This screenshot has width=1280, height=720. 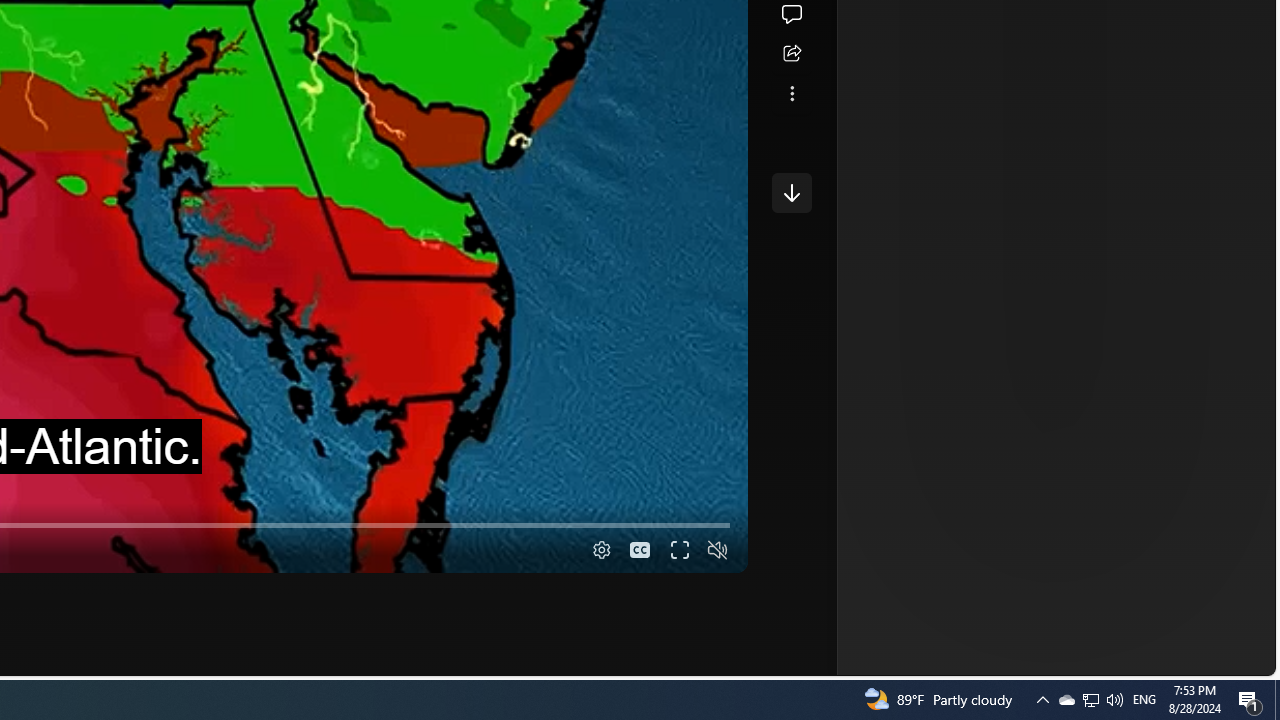 What do you see at coordinates (680, 550) in the screenshot?
I see `'Fullscreen'` at bounding box center [680, 550].